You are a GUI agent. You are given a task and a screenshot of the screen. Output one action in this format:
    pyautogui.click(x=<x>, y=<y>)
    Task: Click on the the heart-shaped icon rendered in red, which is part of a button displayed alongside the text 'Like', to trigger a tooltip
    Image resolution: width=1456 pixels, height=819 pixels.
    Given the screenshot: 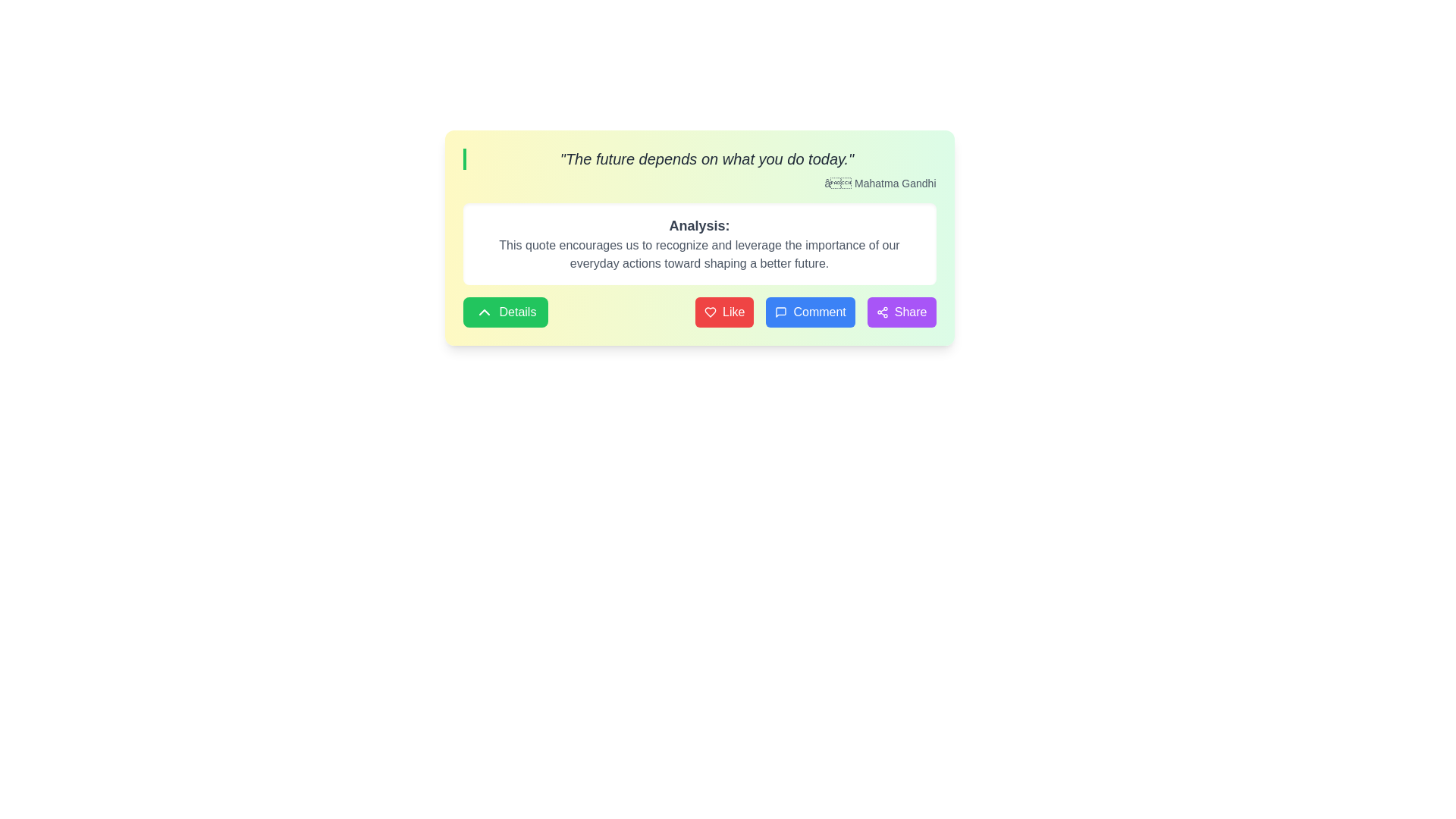 What is the action you would take?
    pyautogui.click(x=710, y=312)
    